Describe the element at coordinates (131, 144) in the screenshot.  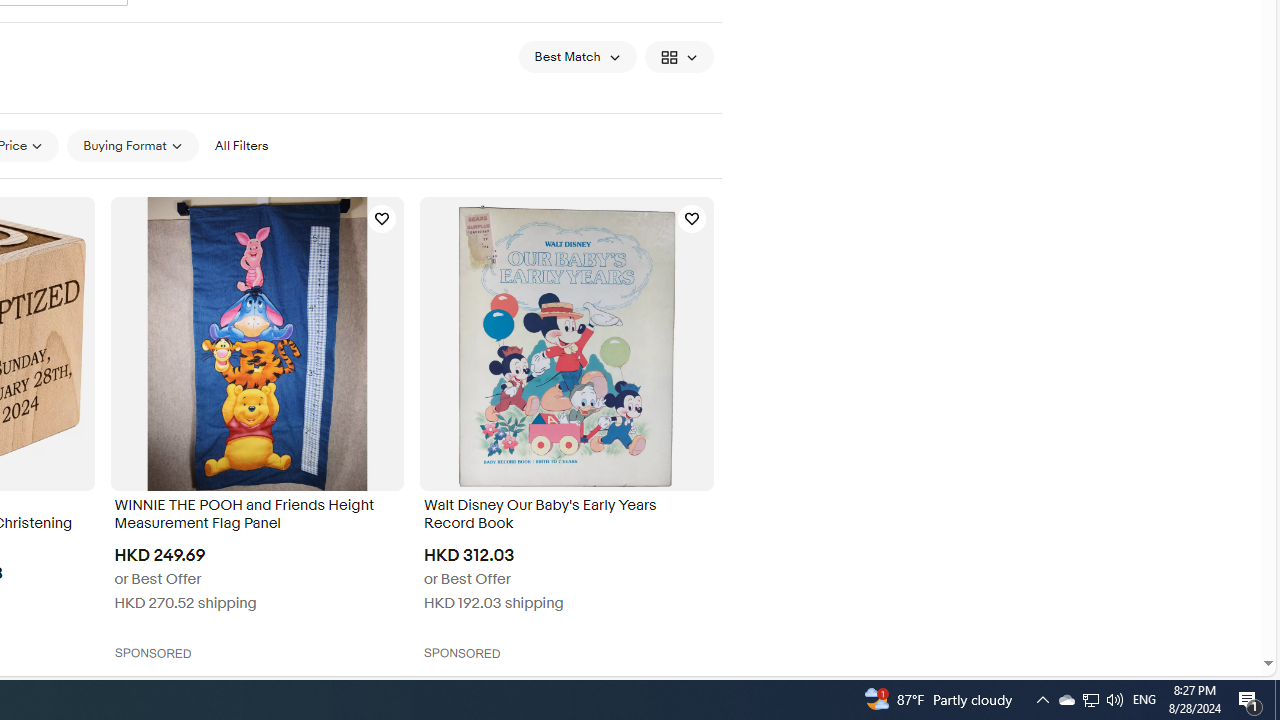
I see `'Buying Format'` at that location.